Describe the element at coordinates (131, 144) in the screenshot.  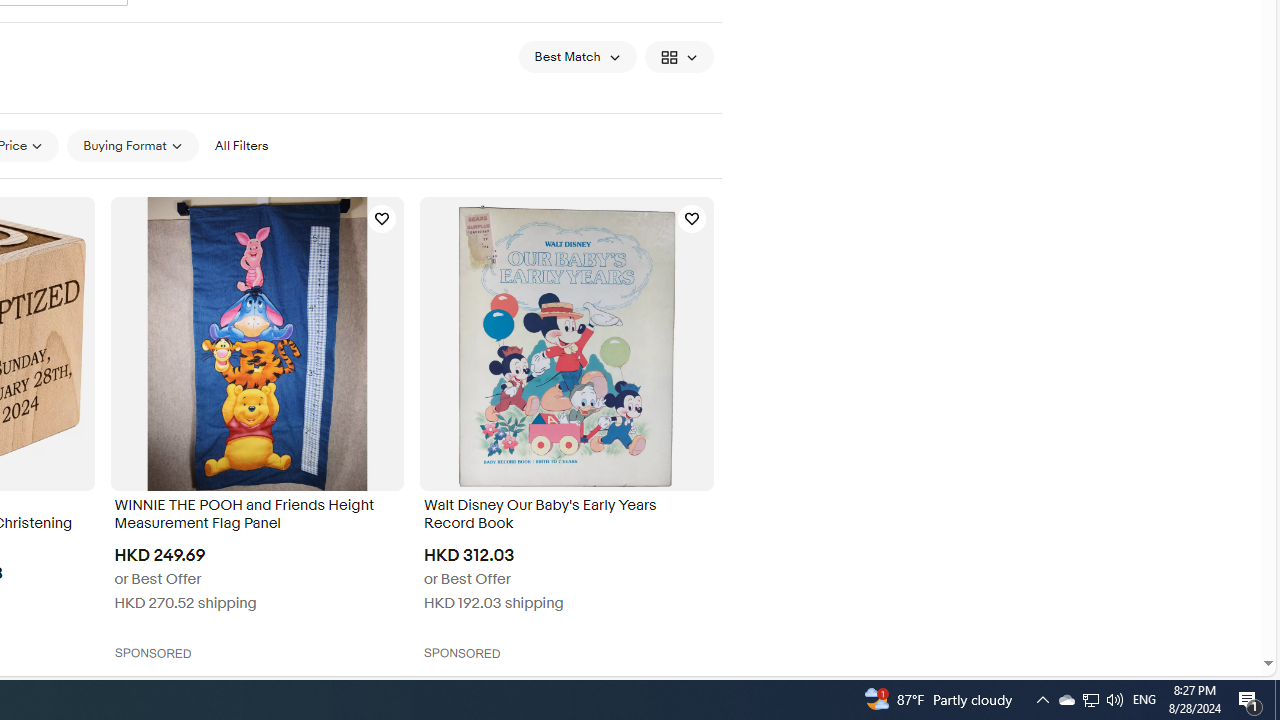
I see `'Buying Format'` at that location.